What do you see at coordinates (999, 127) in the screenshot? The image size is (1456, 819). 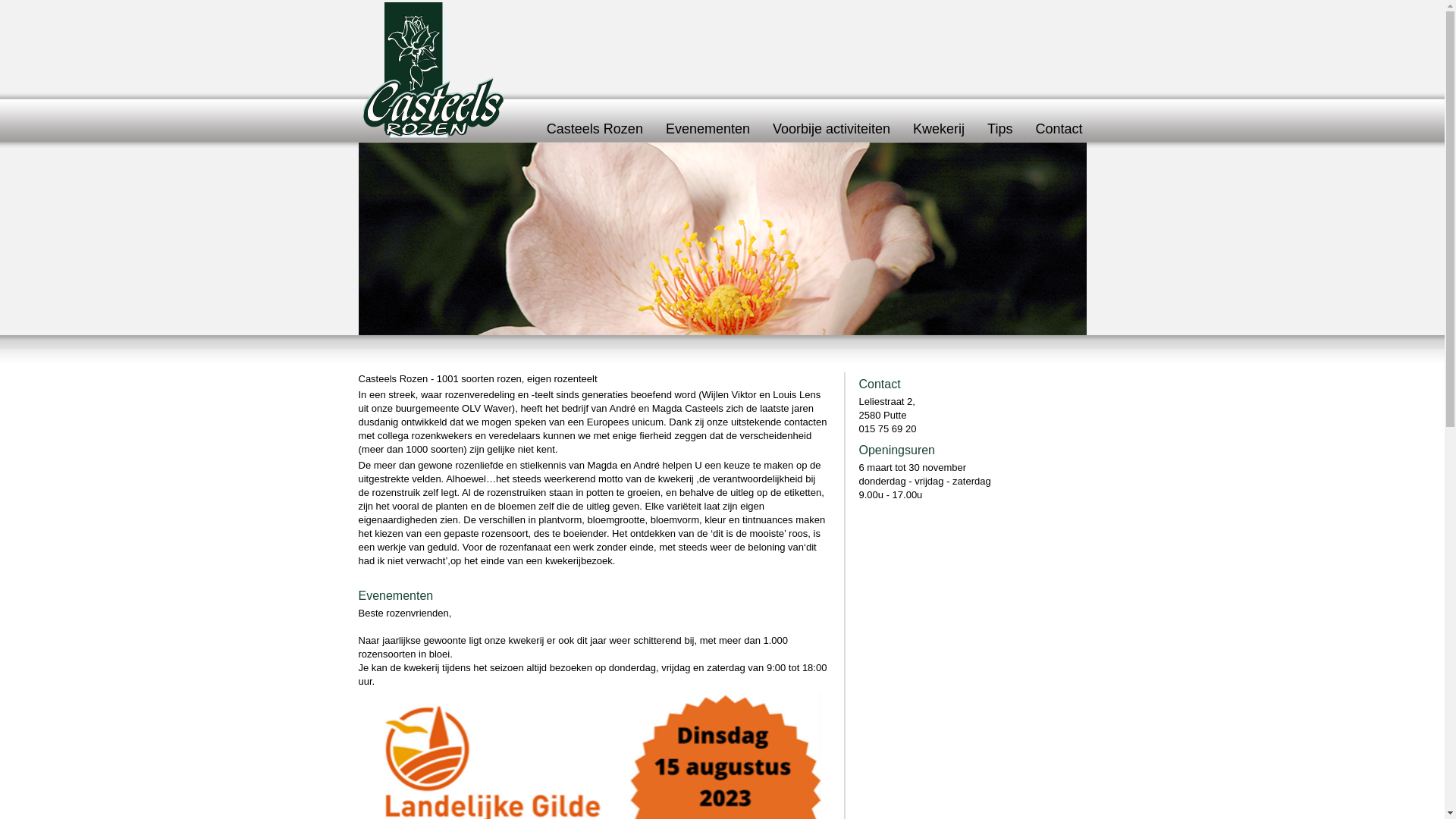 I see `'Tips'` at bounding box center [999, 127].